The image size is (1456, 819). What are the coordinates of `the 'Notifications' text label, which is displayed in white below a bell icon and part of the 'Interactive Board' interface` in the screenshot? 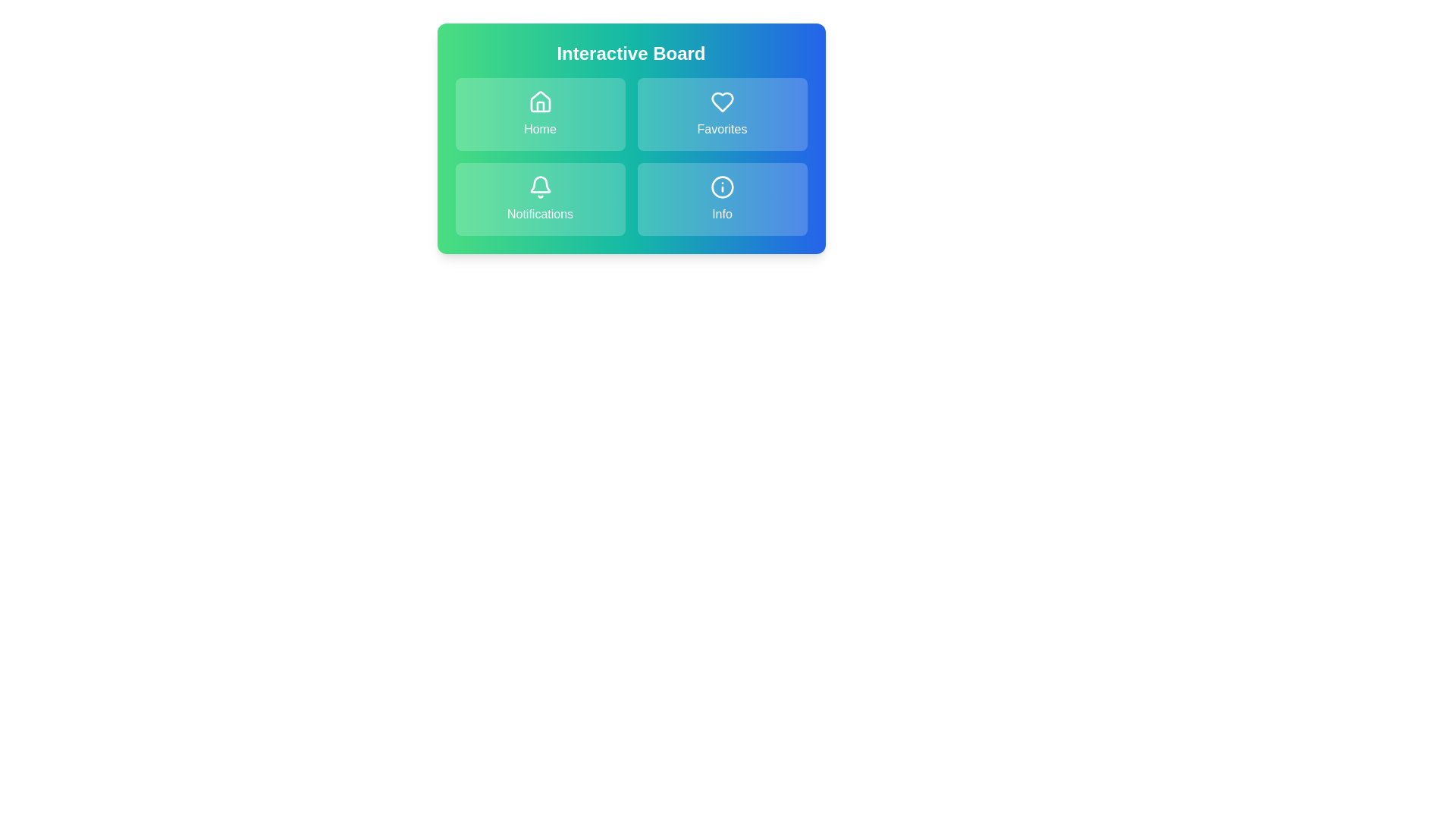 It's located at (540, 214).